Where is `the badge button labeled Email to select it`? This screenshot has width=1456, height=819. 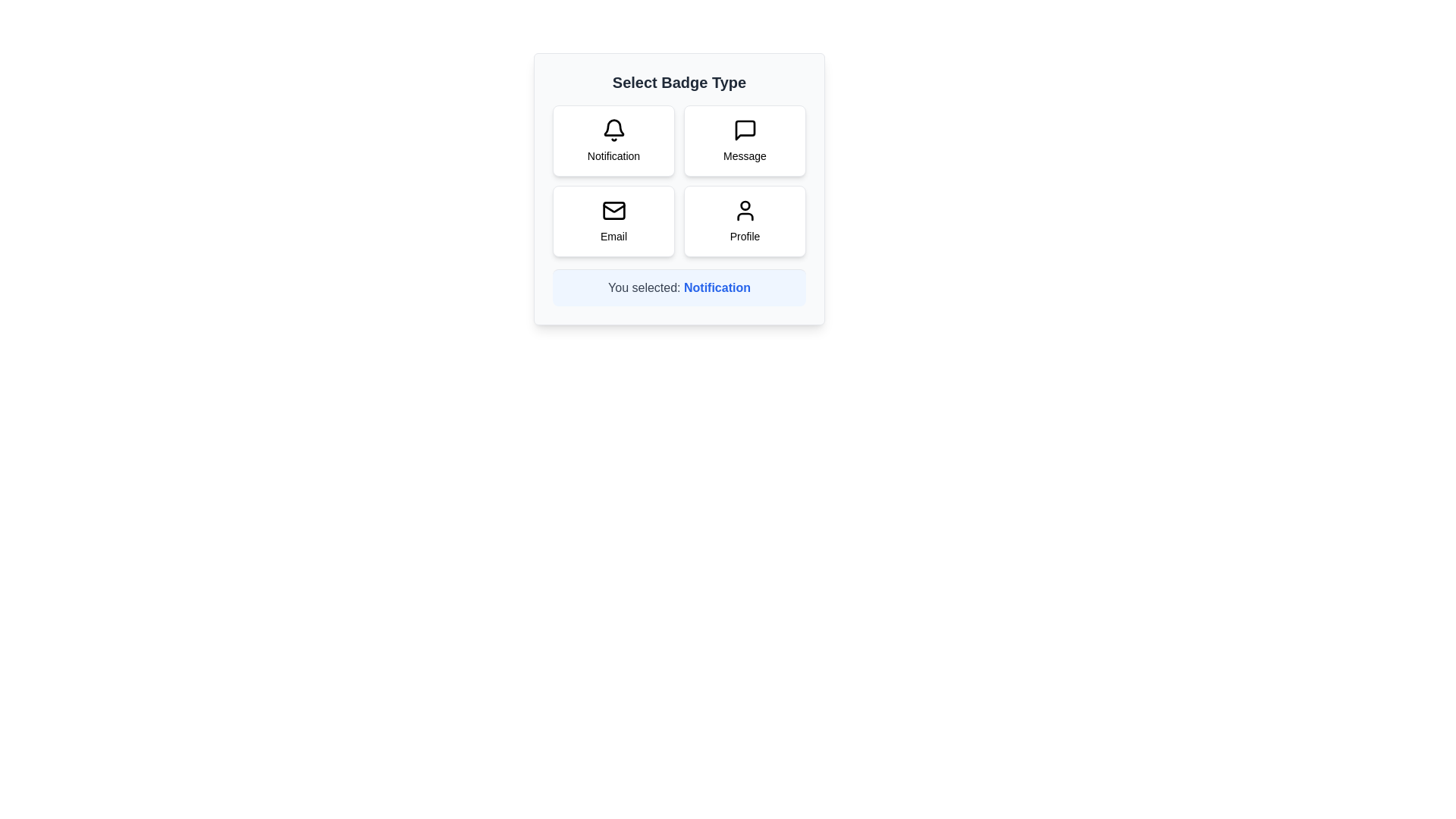
the badge button labeled Email to select it is located at coordinates (613, 221).